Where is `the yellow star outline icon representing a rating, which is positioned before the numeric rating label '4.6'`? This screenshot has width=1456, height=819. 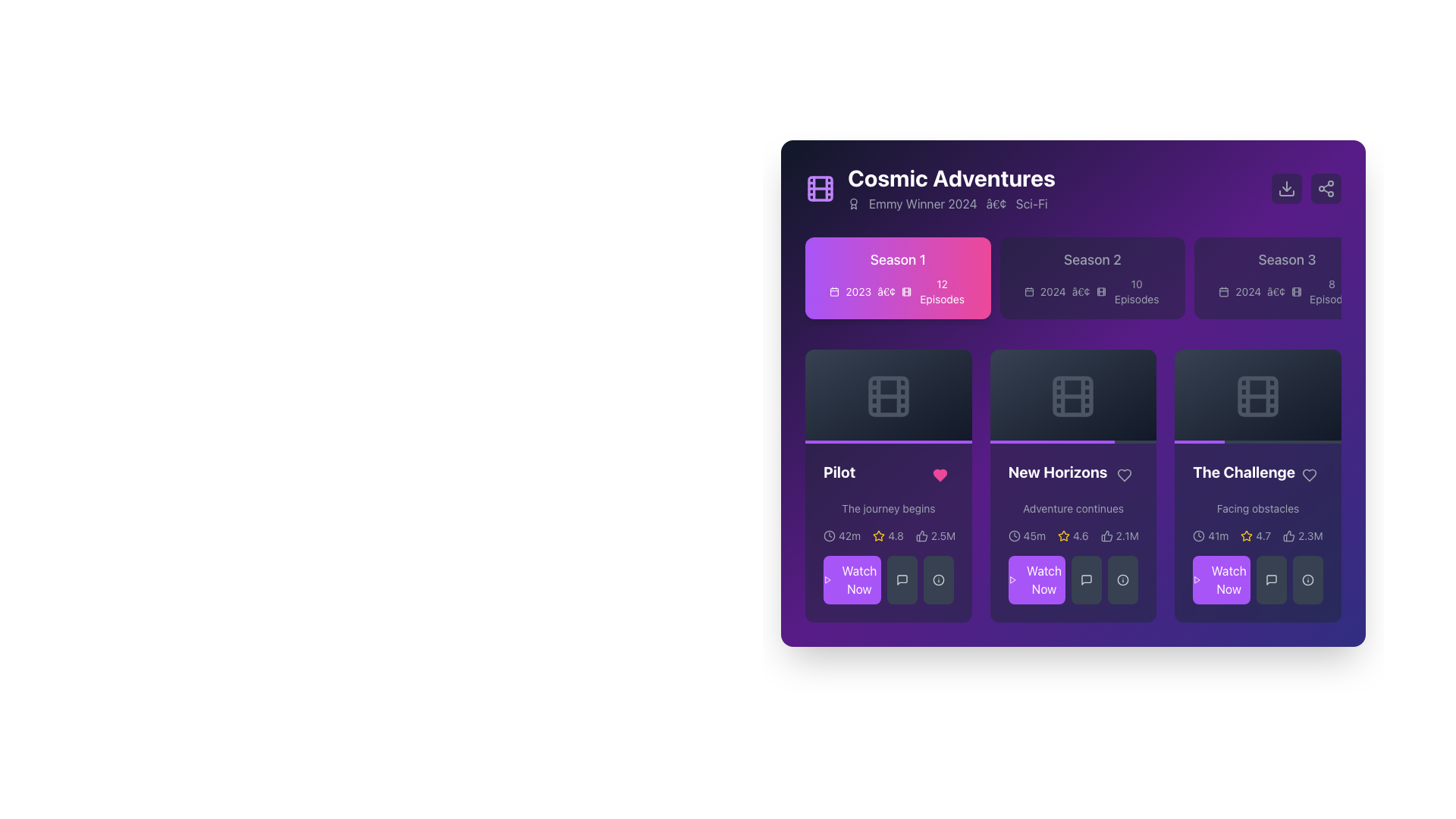 the yellow star outline icon representing a rating, which is positioned before the numeric rating label '4.6' is located at coordinates (1063, 535).